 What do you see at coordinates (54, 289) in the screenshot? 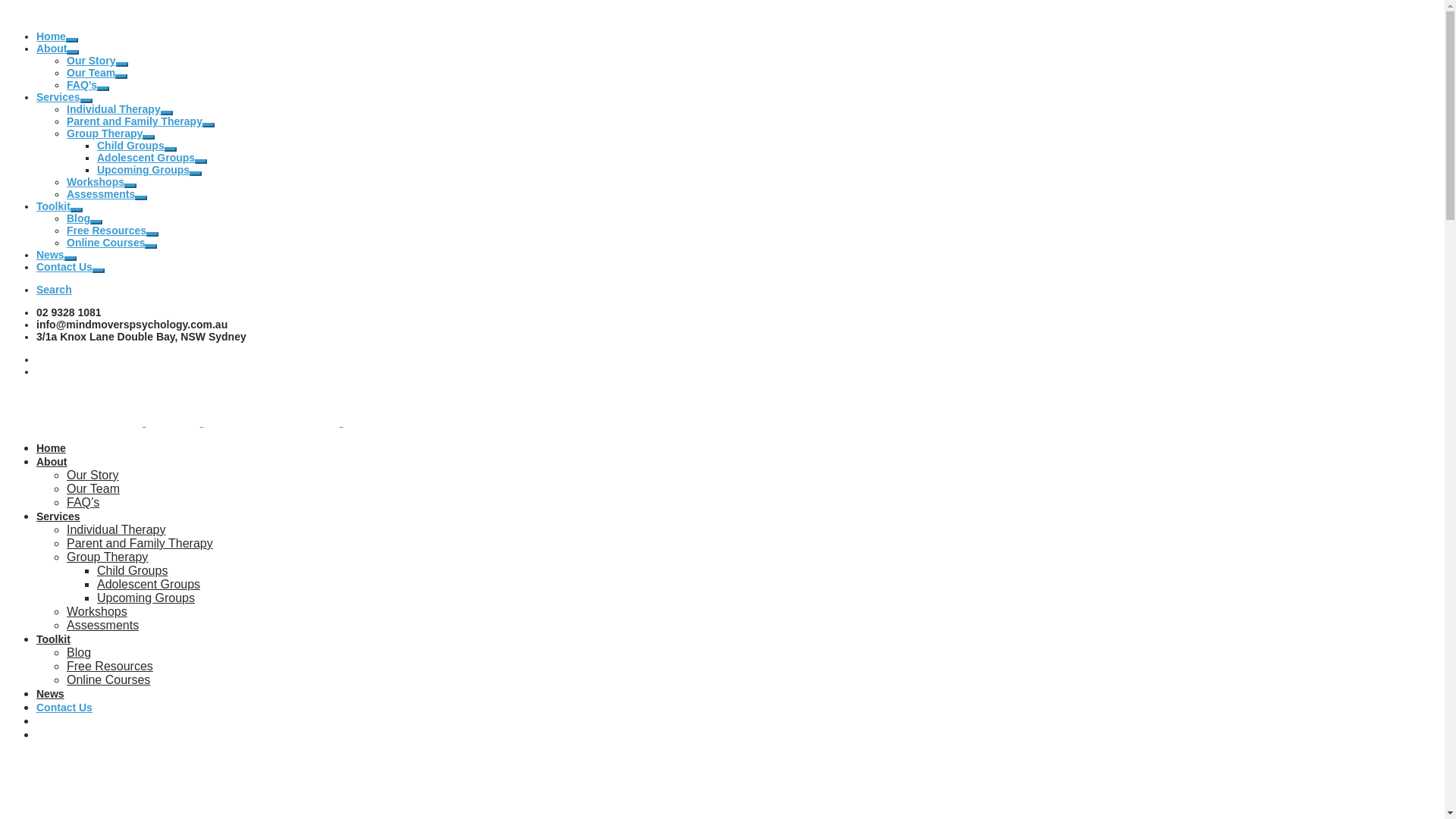
I see `'Search'` at bounding box center [54, 289].